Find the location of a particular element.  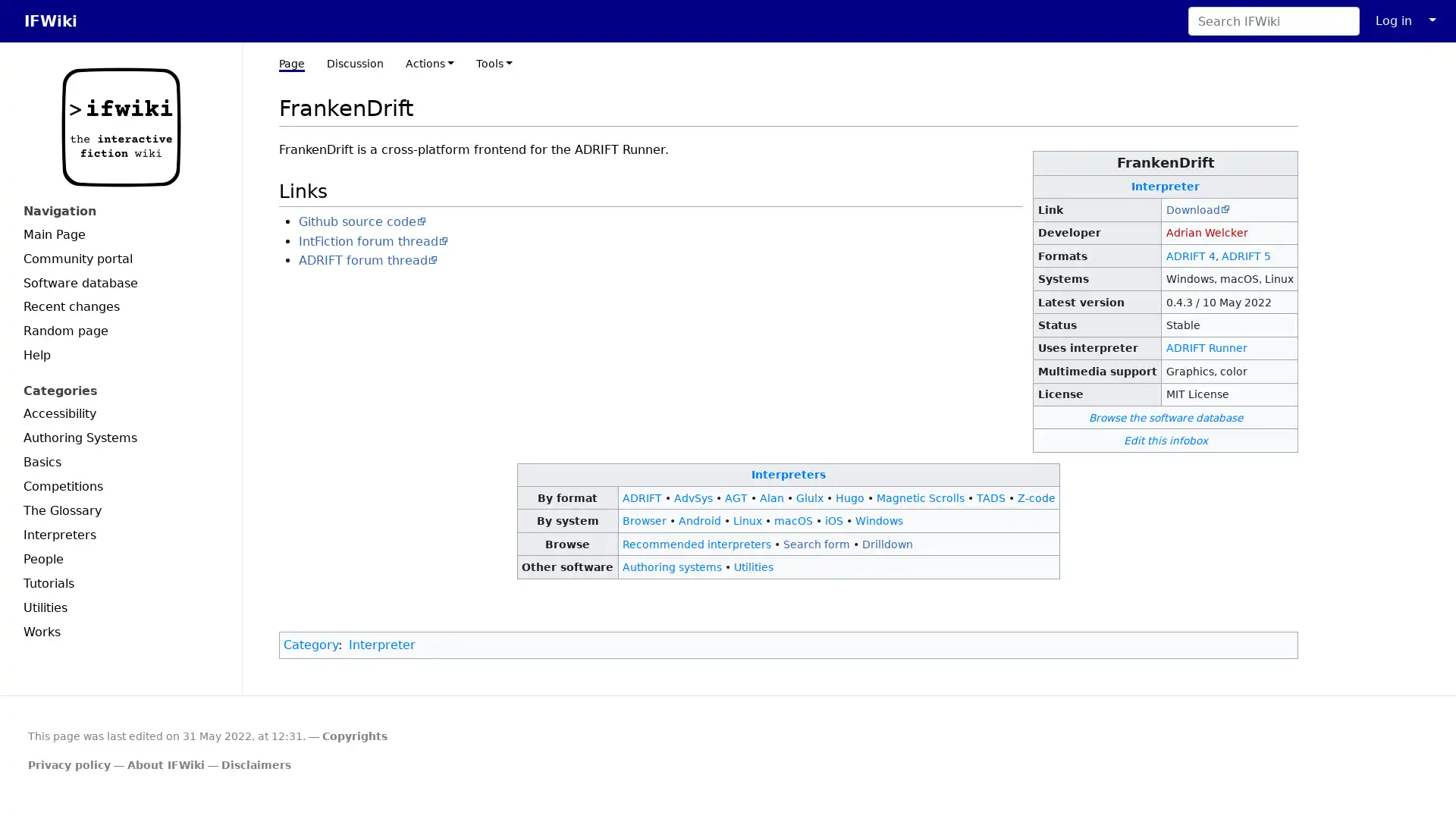

Navigation is located at coordinates (120, 211).